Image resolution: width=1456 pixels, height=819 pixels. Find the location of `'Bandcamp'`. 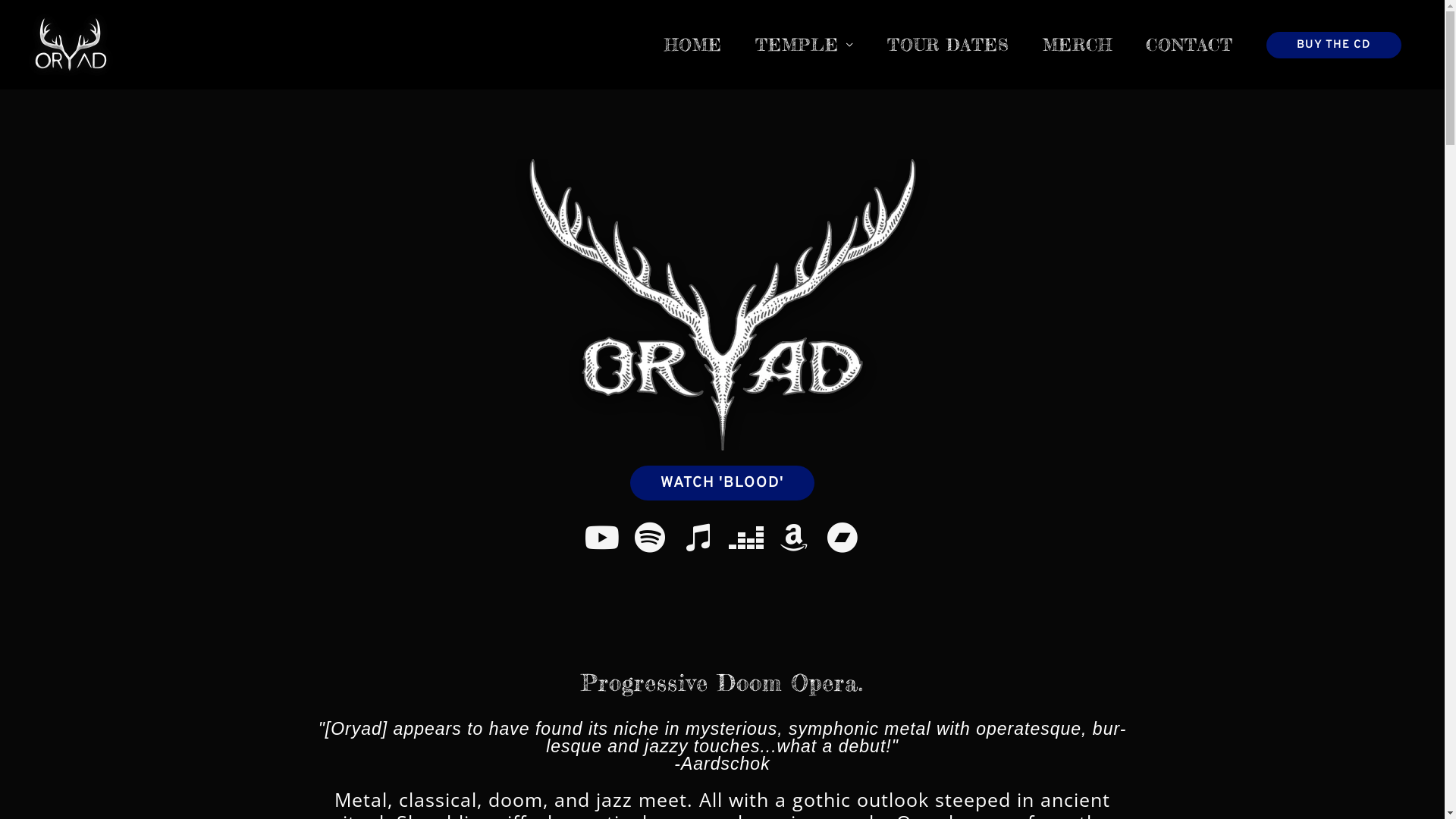

'Bandcamp' is located at coordinates (841, 536).